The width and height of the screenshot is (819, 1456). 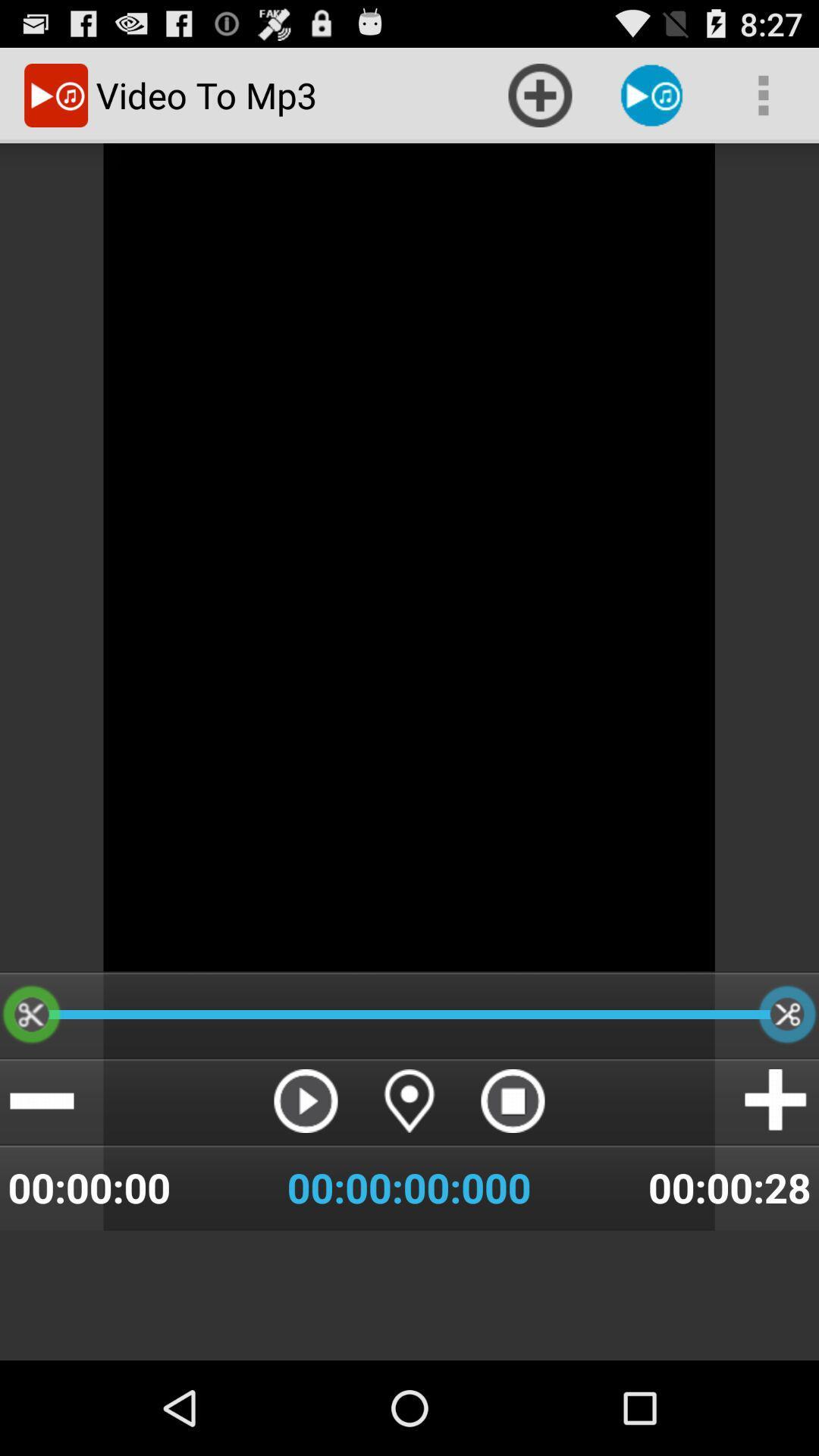 I want to click on the location icon, so click(x=409, y=1178).